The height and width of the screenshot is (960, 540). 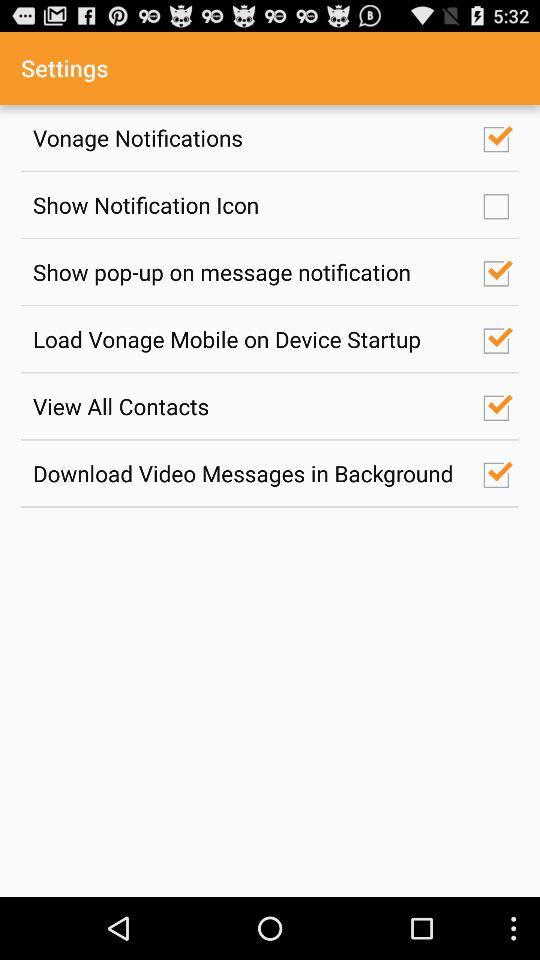 What do you see at coordinates (247, 405) in the screenshot?
I see `view all contacts` at bounding box center [247, 405].